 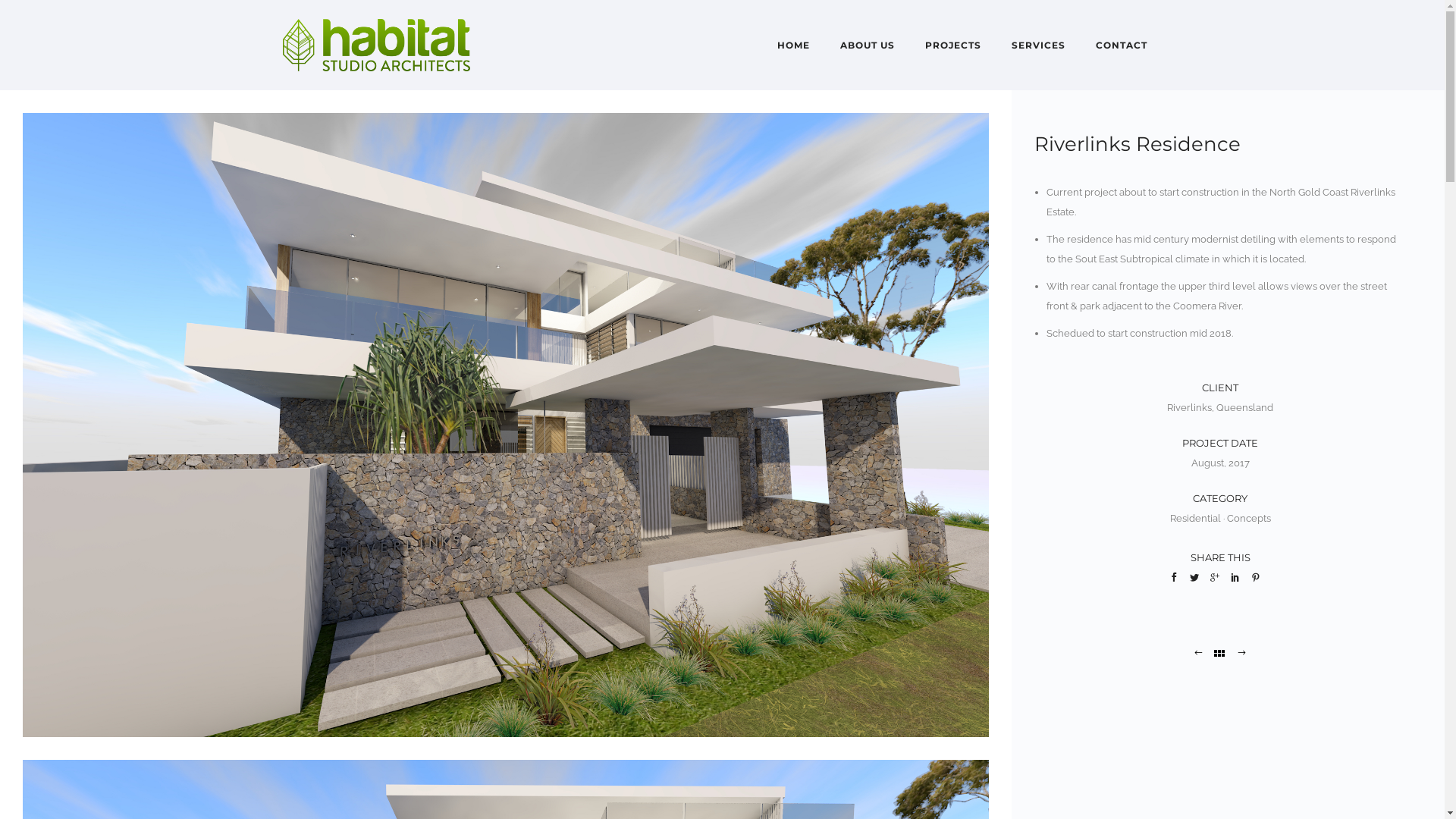 I want to click on 'Mt Whitsunday Concept', so click(x=1241, y=653).